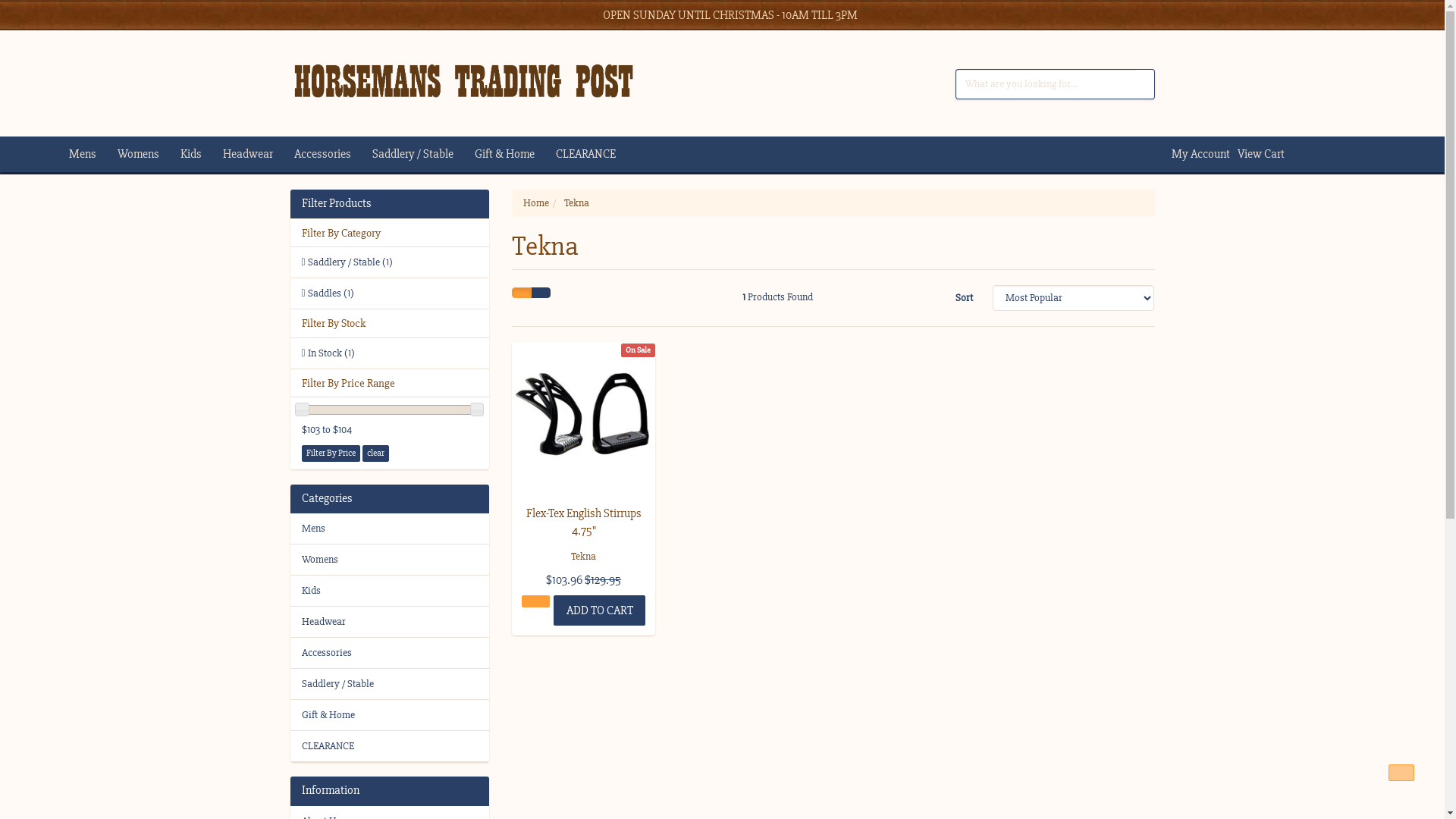  What do you see at coordinates (1145, 84) in the screenshot?
I see `'Search'` at bounding box center [1145, 84].